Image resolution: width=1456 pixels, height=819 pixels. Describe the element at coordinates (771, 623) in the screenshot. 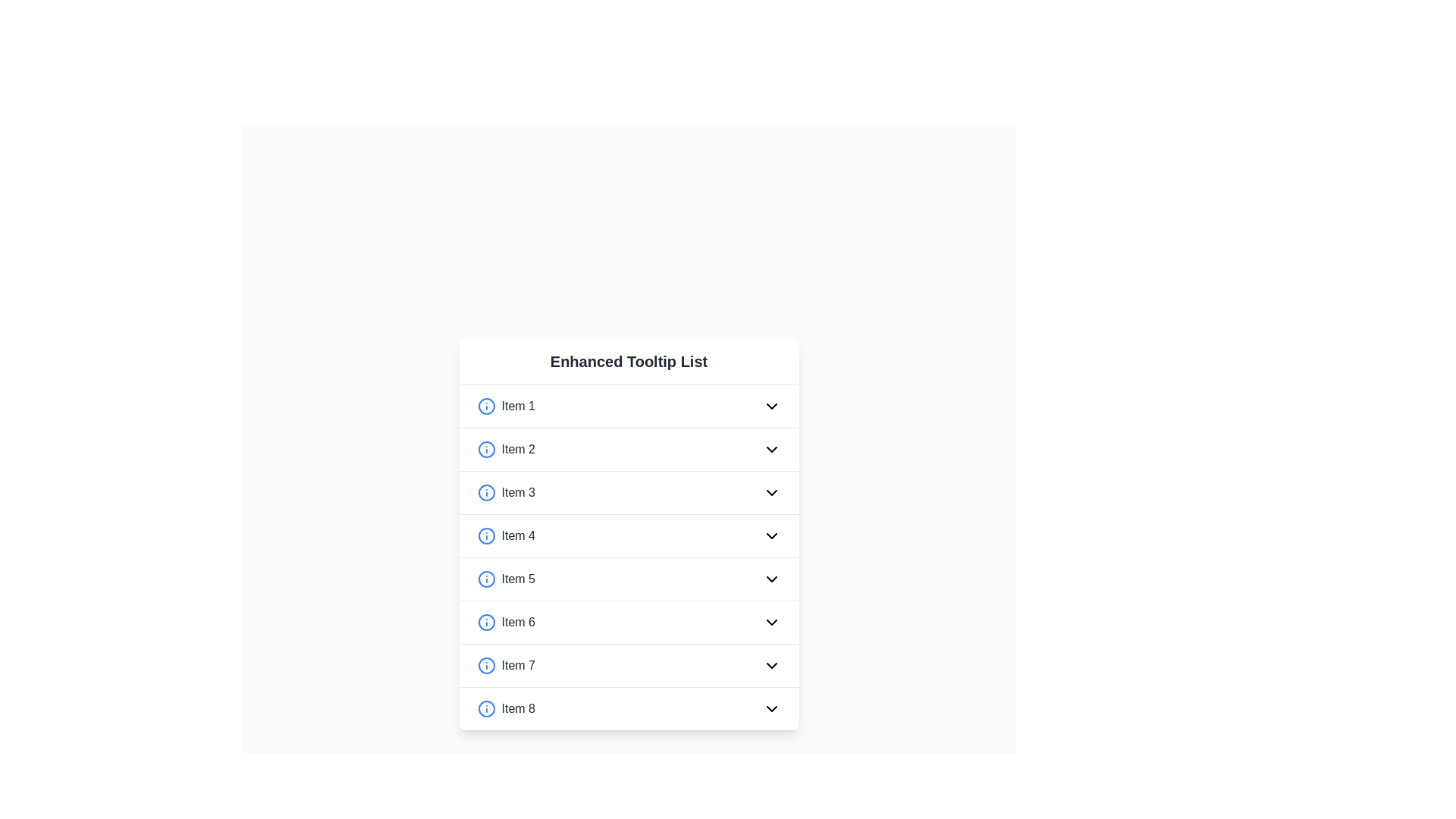

I see `the expandable/collapsible button for 'Item 6'` at that location.